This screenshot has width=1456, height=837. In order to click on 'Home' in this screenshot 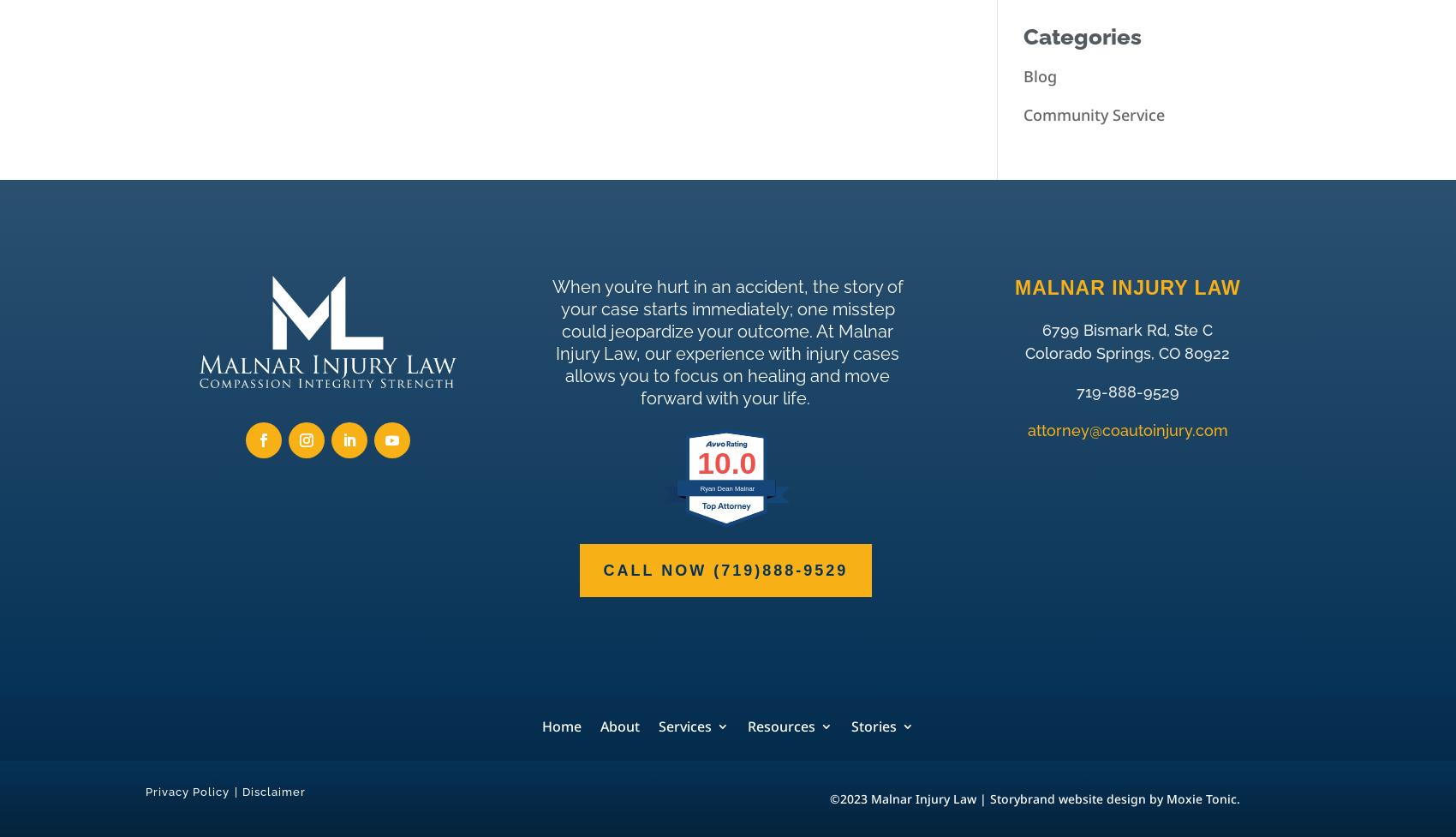, I will do `click(562, 724)`.